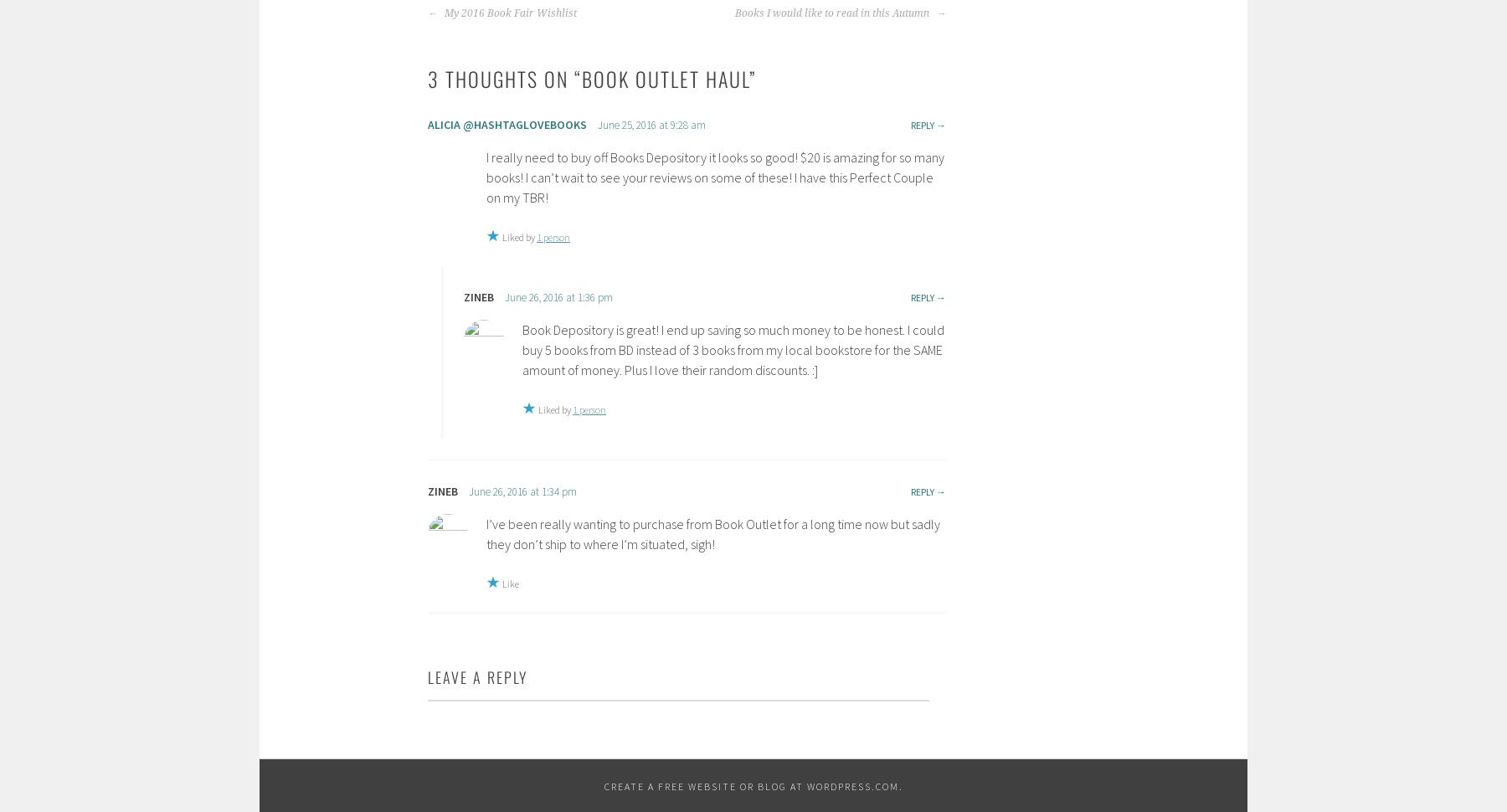 This screenshot has height=812, width=1507. What do you see at coordinates (501, 583) in the screenshot?
I see `'Like'` at bounding box center [501, 583].